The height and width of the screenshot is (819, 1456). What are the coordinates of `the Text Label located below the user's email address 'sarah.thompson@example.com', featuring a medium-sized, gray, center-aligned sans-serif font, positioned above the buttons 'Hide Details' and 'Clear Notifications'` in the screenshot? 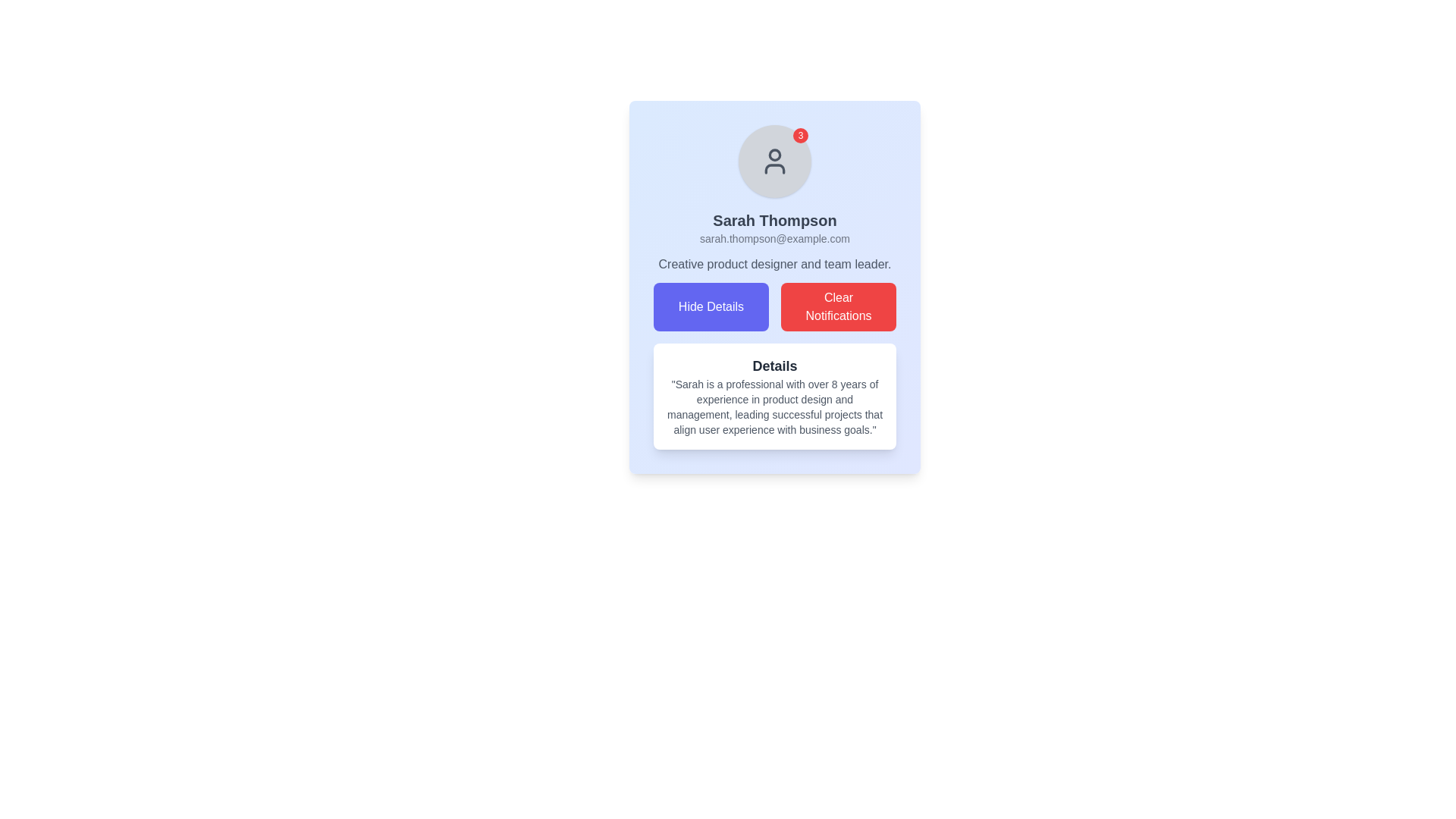 It's located at (775, 263).